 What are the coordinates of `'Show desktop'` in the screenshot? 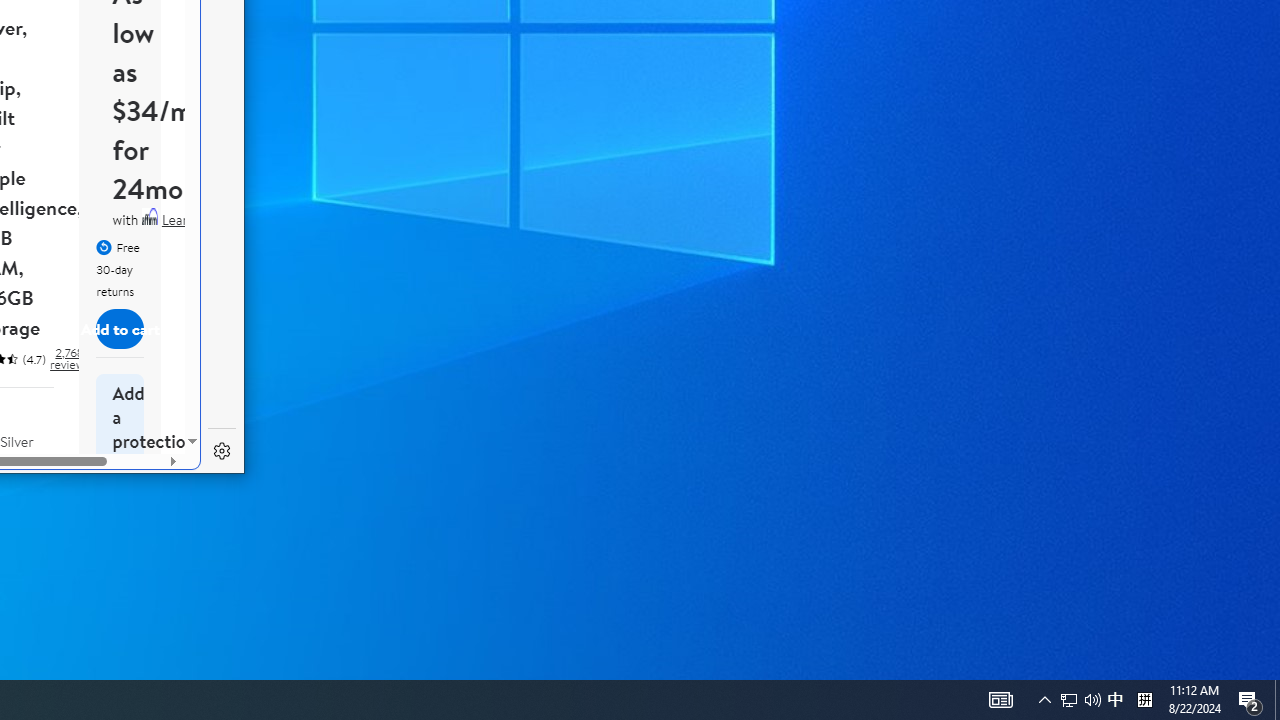 It's located at (1276, 698).